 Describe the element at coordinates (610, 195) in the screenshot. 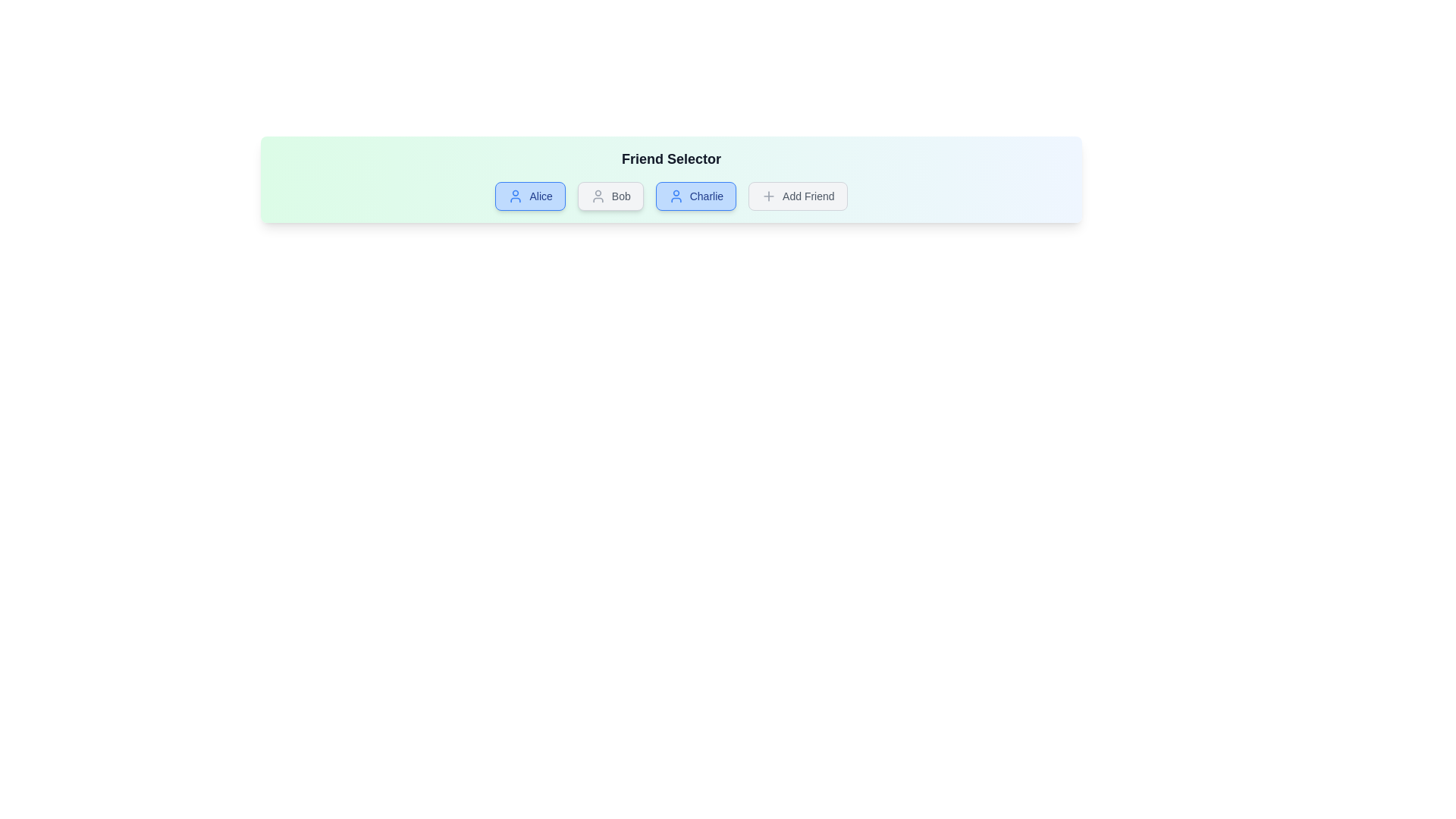

I see `the friend button labeled Bob to toggle its selection status` at that location.